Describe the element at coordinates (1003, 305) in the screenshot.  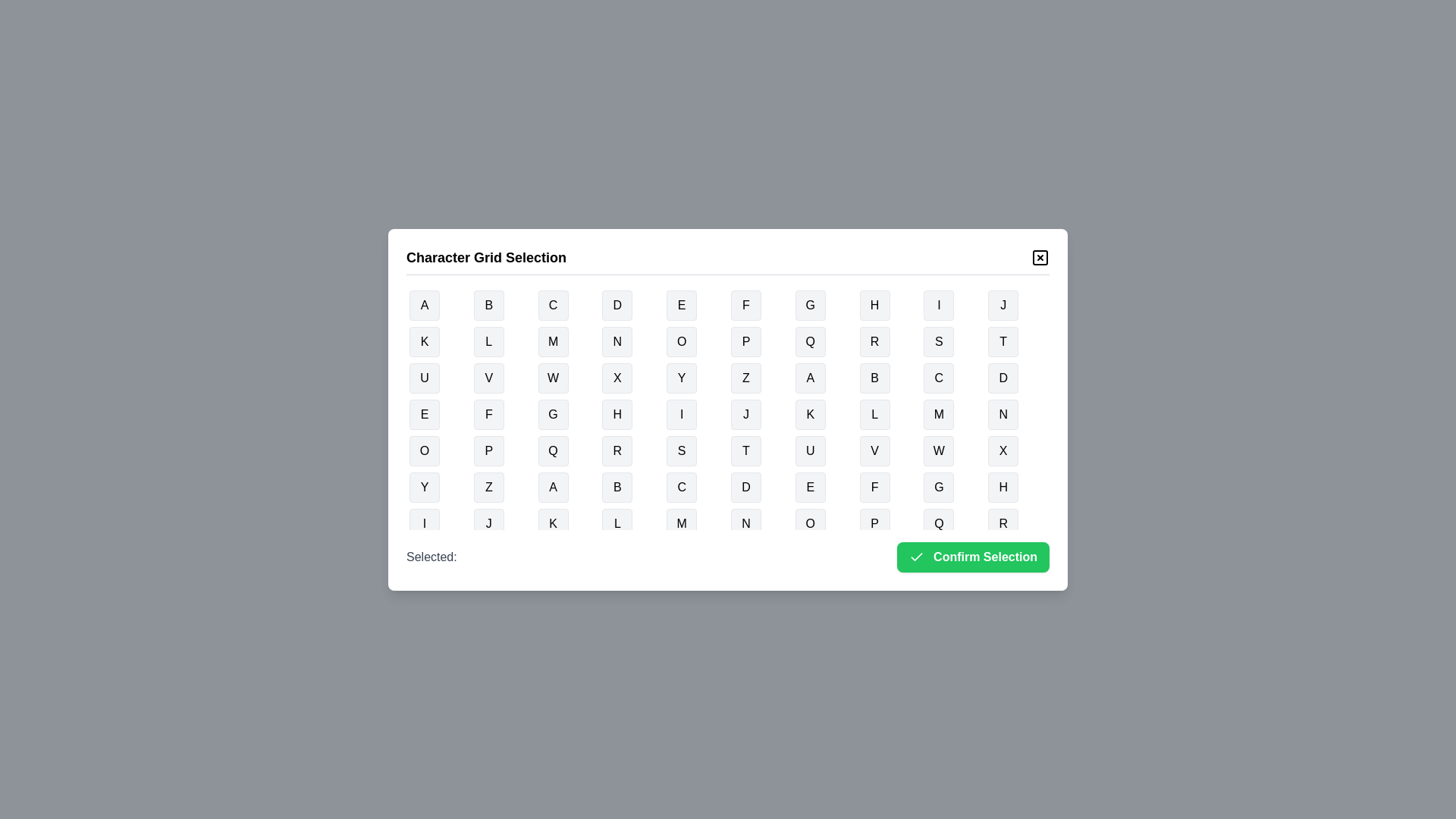
I see `the button representing the character J` at that location.